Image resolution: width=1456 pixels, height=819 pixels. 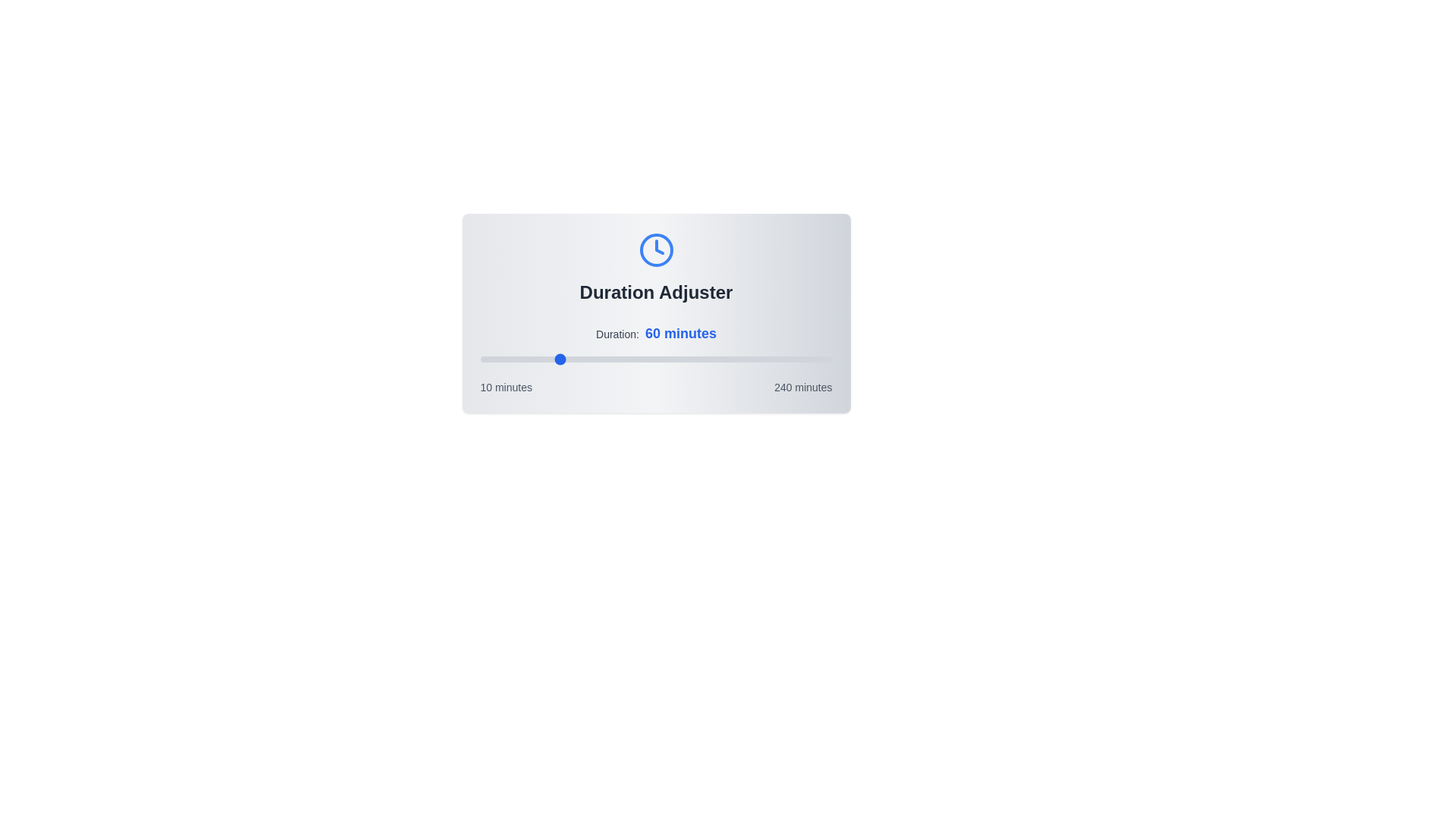 What do you see at coordinates (570, 359) in the screenshot?
I see `the duration slider to 69 minutes` at bounding box center [570, 359].